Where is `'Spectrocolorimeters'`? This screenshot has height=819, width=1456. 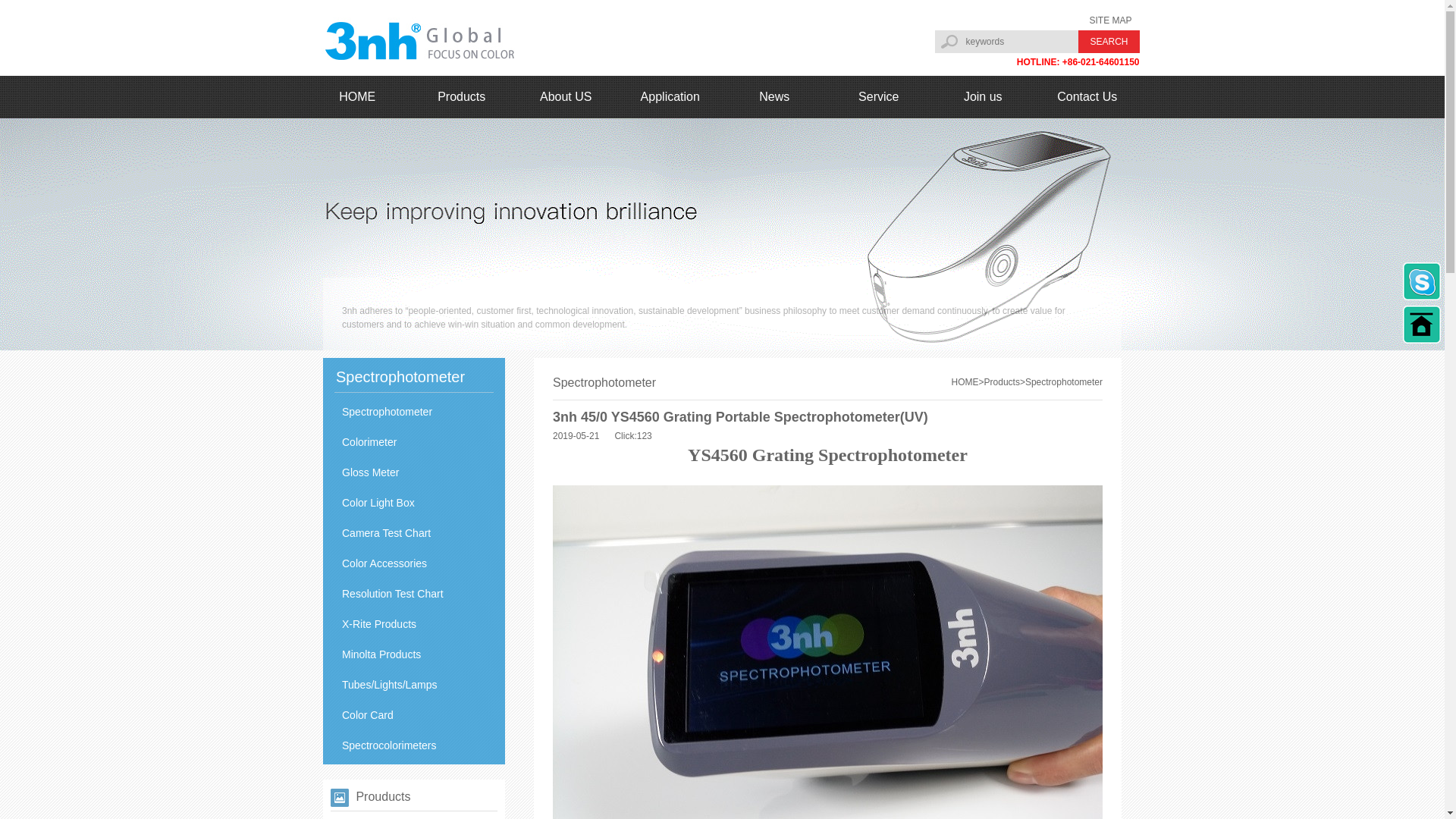
'Spectrocolorimeters' is located at coordinates (414, 745).